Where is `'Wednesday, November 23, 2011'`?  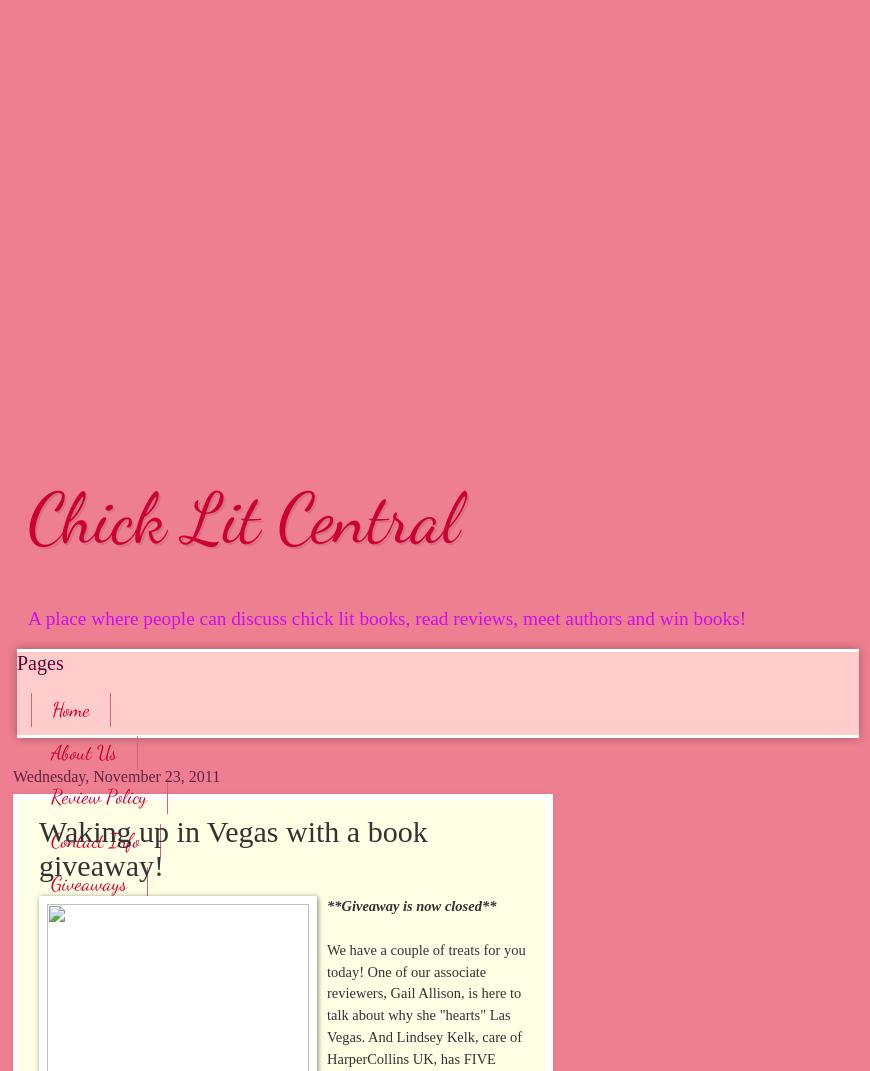 'Wednesday, November 23, 2011' is located at coordinates (115, 774).